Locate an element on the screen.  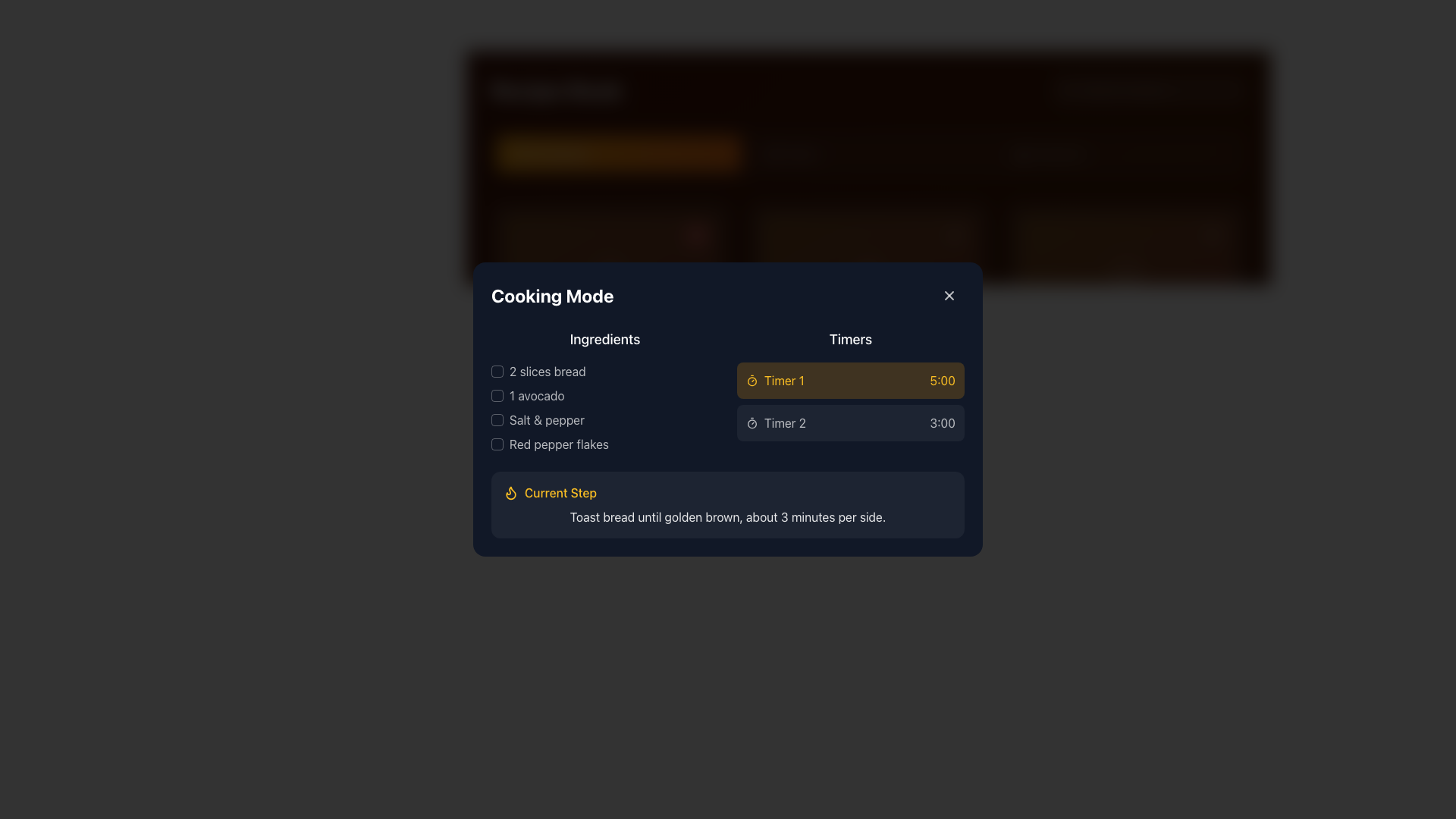
the interactive button with a rounded border and a '+' icon, located at the top-right corner of the 'Cooking Mode' panel is located at coordinates (949, 295).